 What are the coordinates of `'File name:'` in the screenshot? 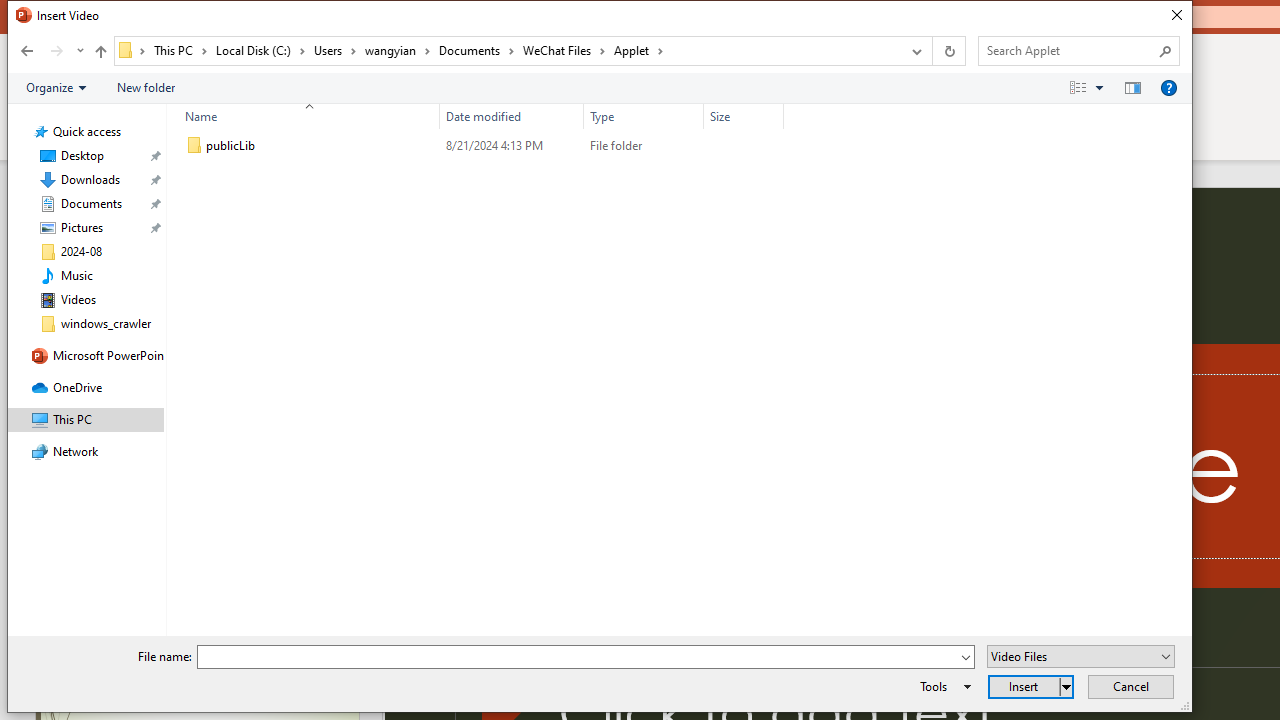 It's located at (585, 657).